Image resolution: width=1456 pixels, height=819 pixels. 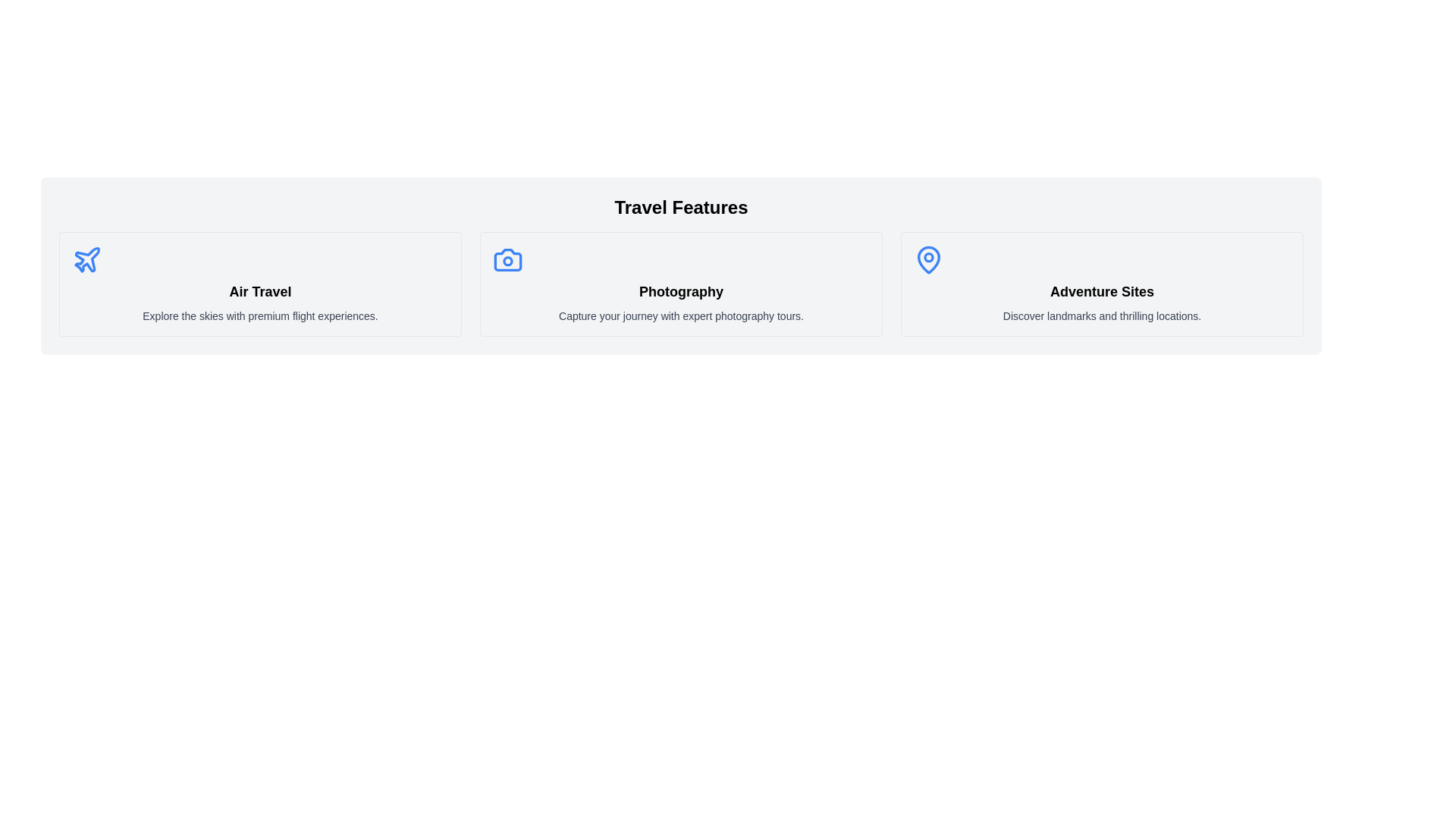 What do you see at coordinates (1102, 315) in the screenshot?
I see `text content of the text label that says 'Discover landmarks and thrilling locations.' positioned beneath the title 'Adventure Sites' in the third card` at bounding box center [1102, 315].